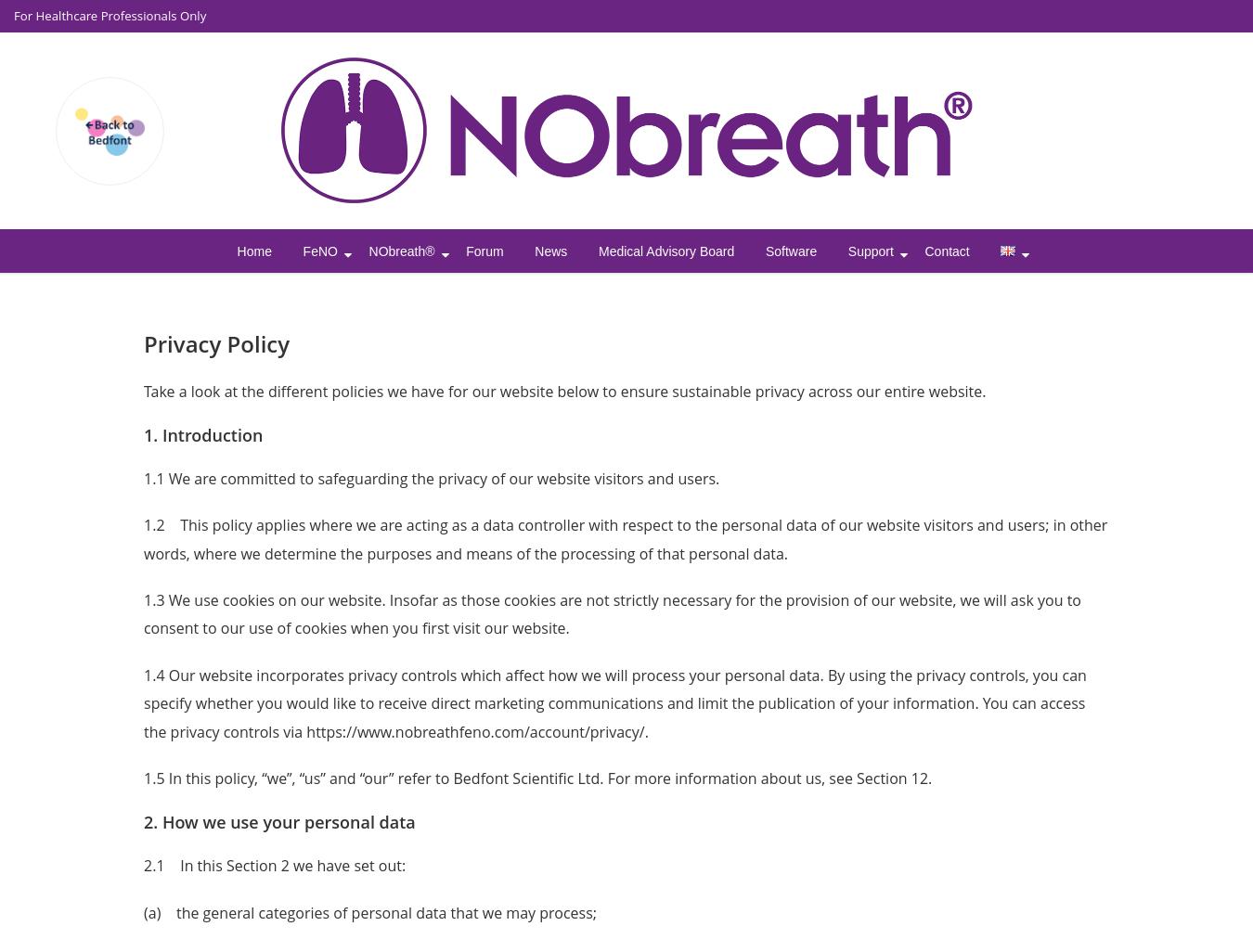  What do you see at coordinates (252, 250) in the screenshot?
I see `'Home'` at bounding box center [252, 250].